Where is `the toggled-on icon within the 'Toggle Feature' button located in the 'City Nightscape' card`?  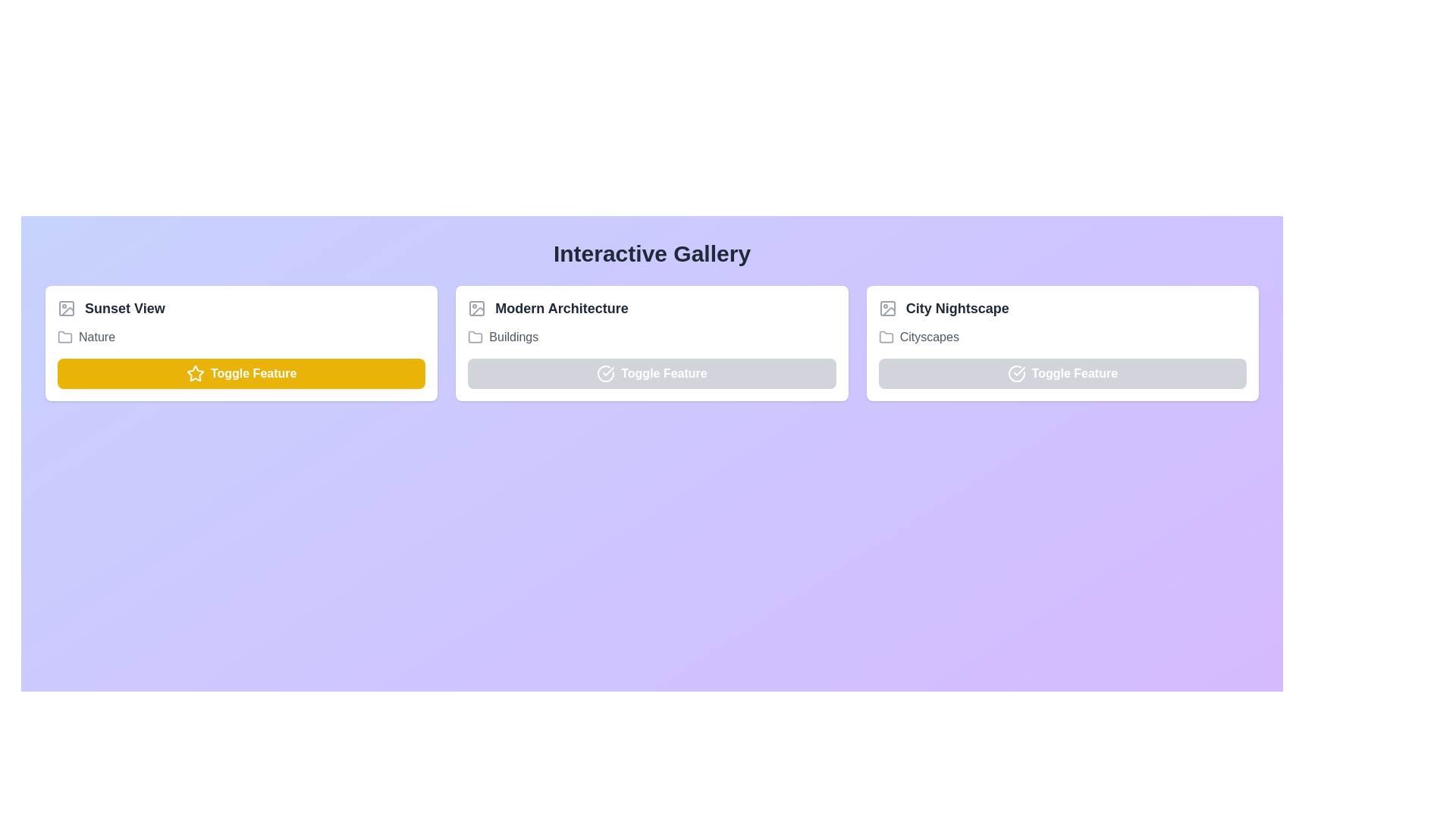
the toggled-on icon within the 'Toggle Feature' button located in the 'City Nightscape' card is located at coordinates (1016, 374).